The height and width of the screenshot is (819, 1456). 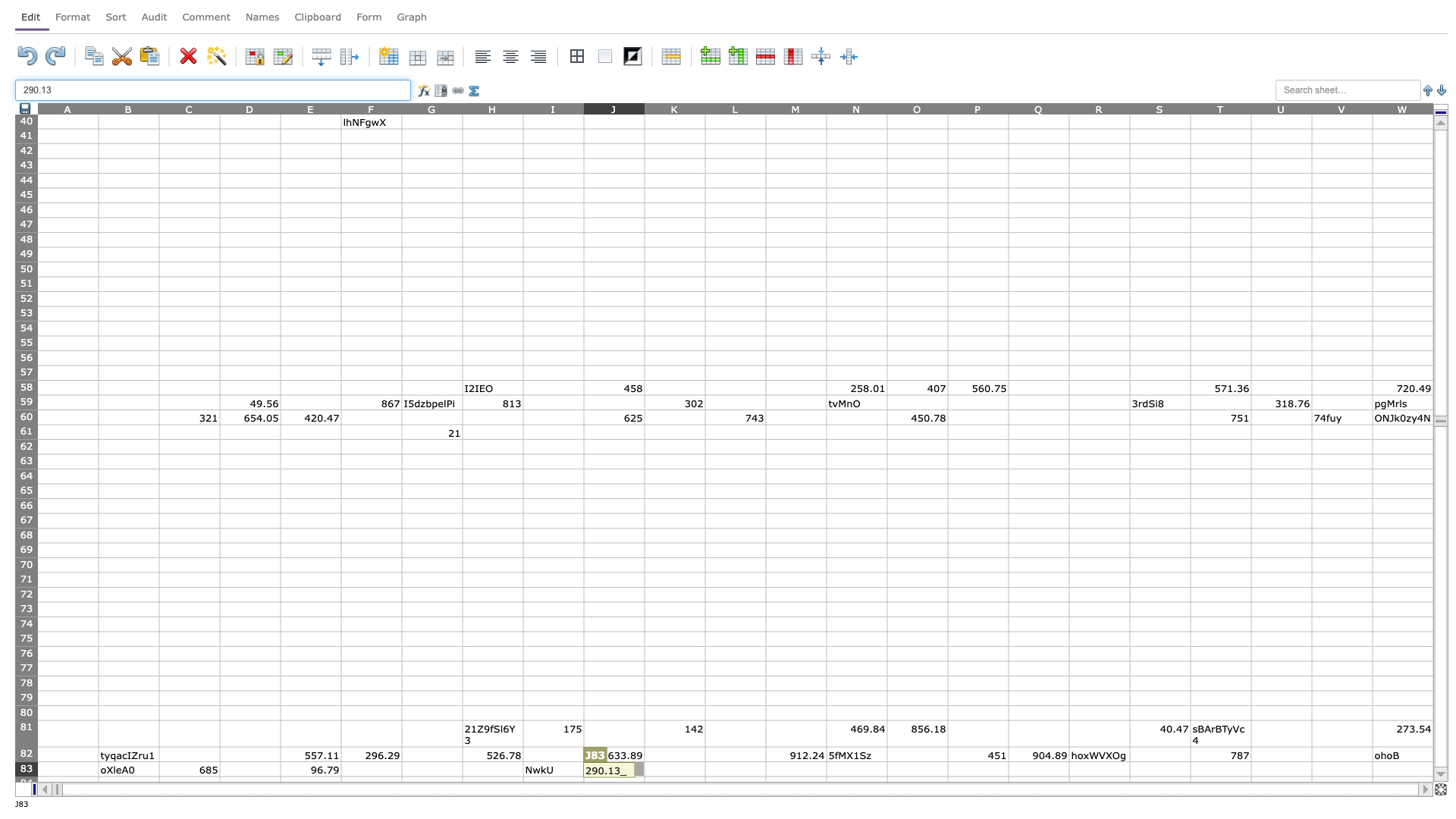 I want to click on Place cursor on right border of K83, so click(x=704, y=769).